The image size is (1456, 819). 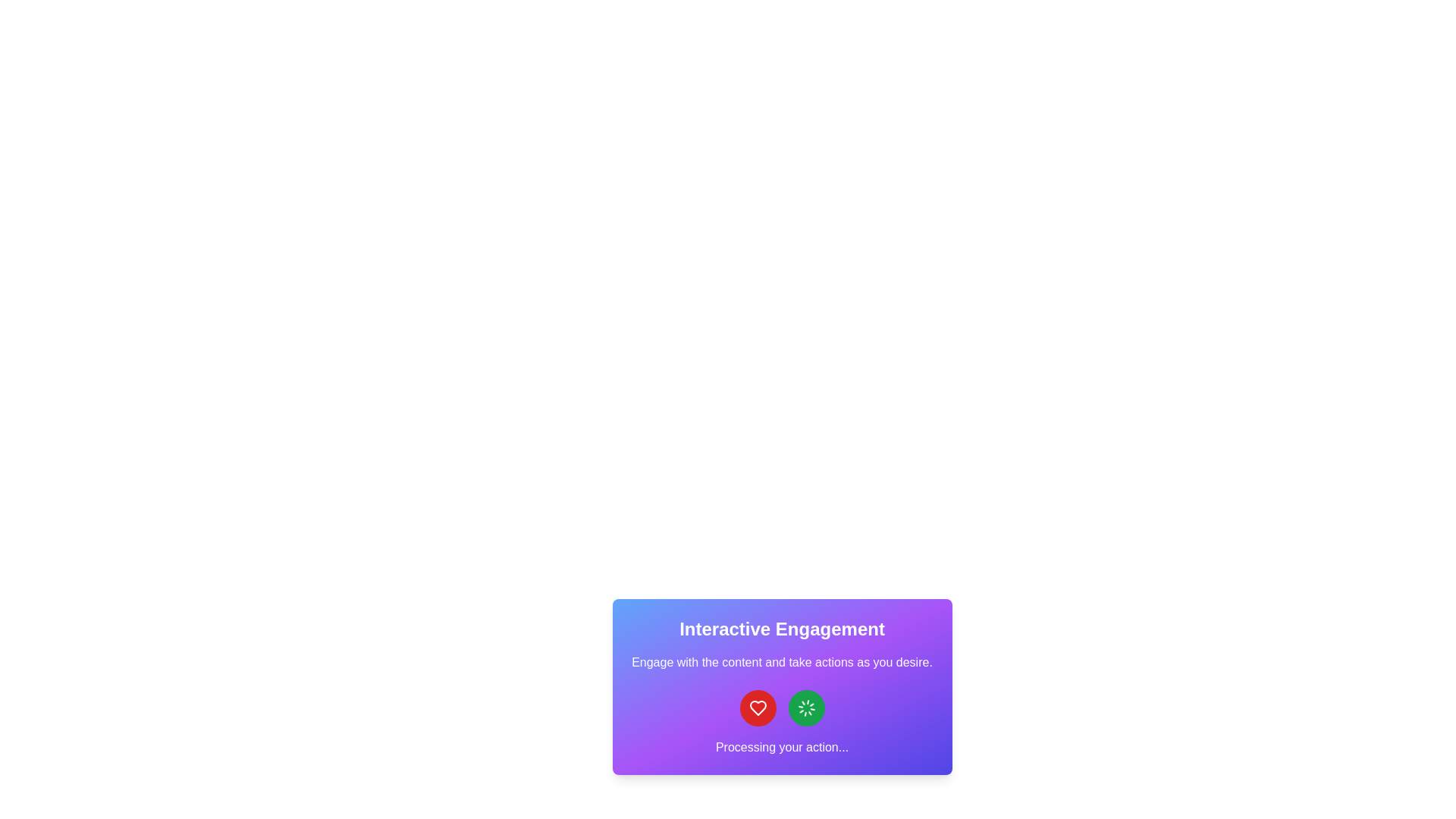 I want to click on the second button located to the immediate right of a red button, which indicates a loading process or ongoing action, so click(x=805, y=708).